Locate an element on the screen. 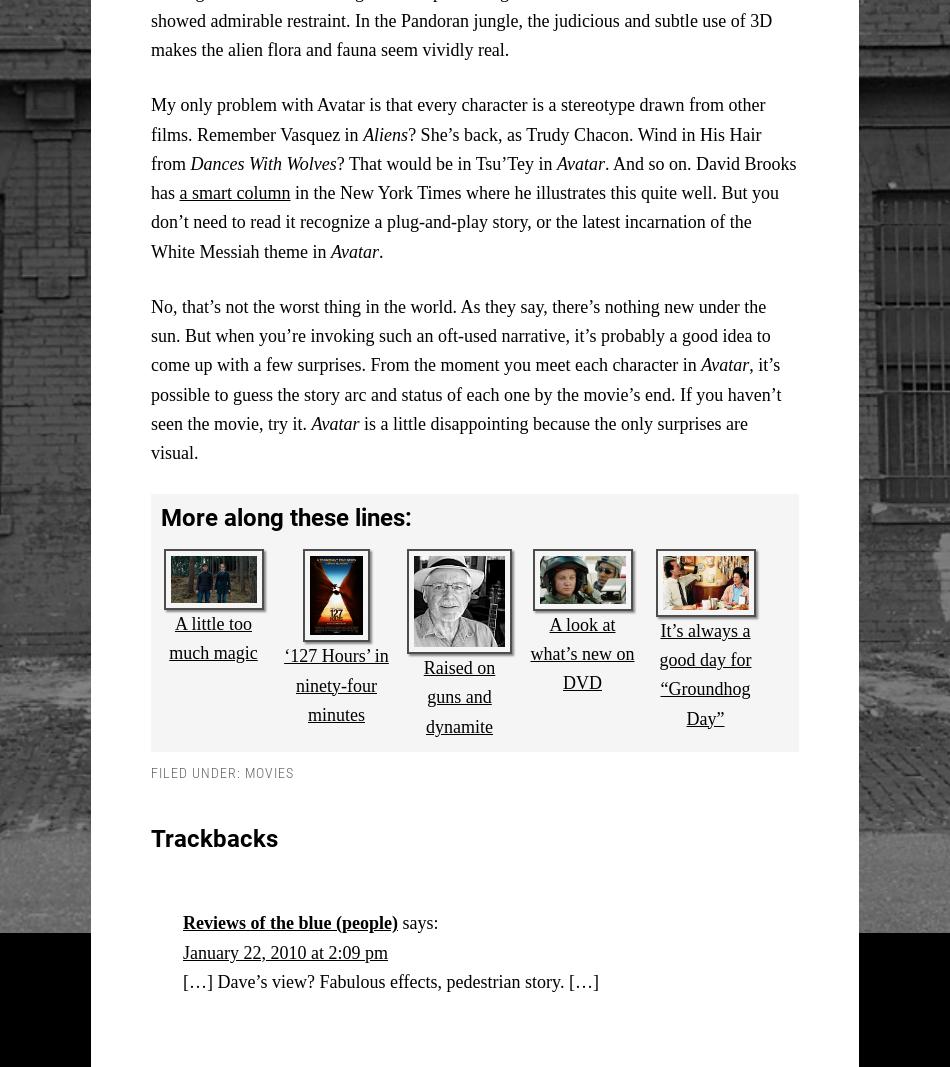  '[…] Dave’s view? Fabulous effects, pedestrian story. […]' is located at coordinates (182, 980).